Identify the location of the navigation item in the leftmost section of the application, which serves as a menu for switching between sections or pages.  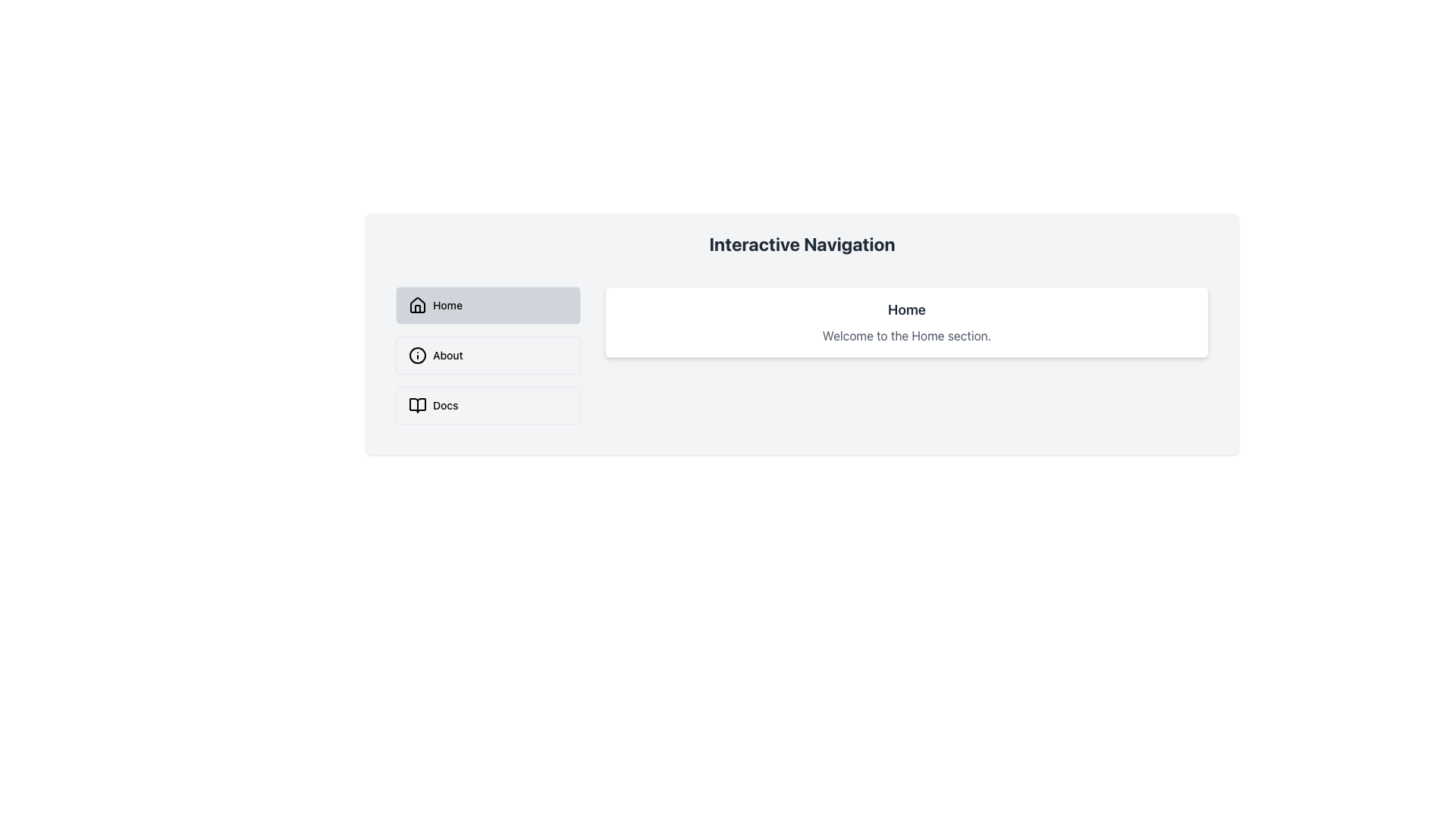
(488, 356).